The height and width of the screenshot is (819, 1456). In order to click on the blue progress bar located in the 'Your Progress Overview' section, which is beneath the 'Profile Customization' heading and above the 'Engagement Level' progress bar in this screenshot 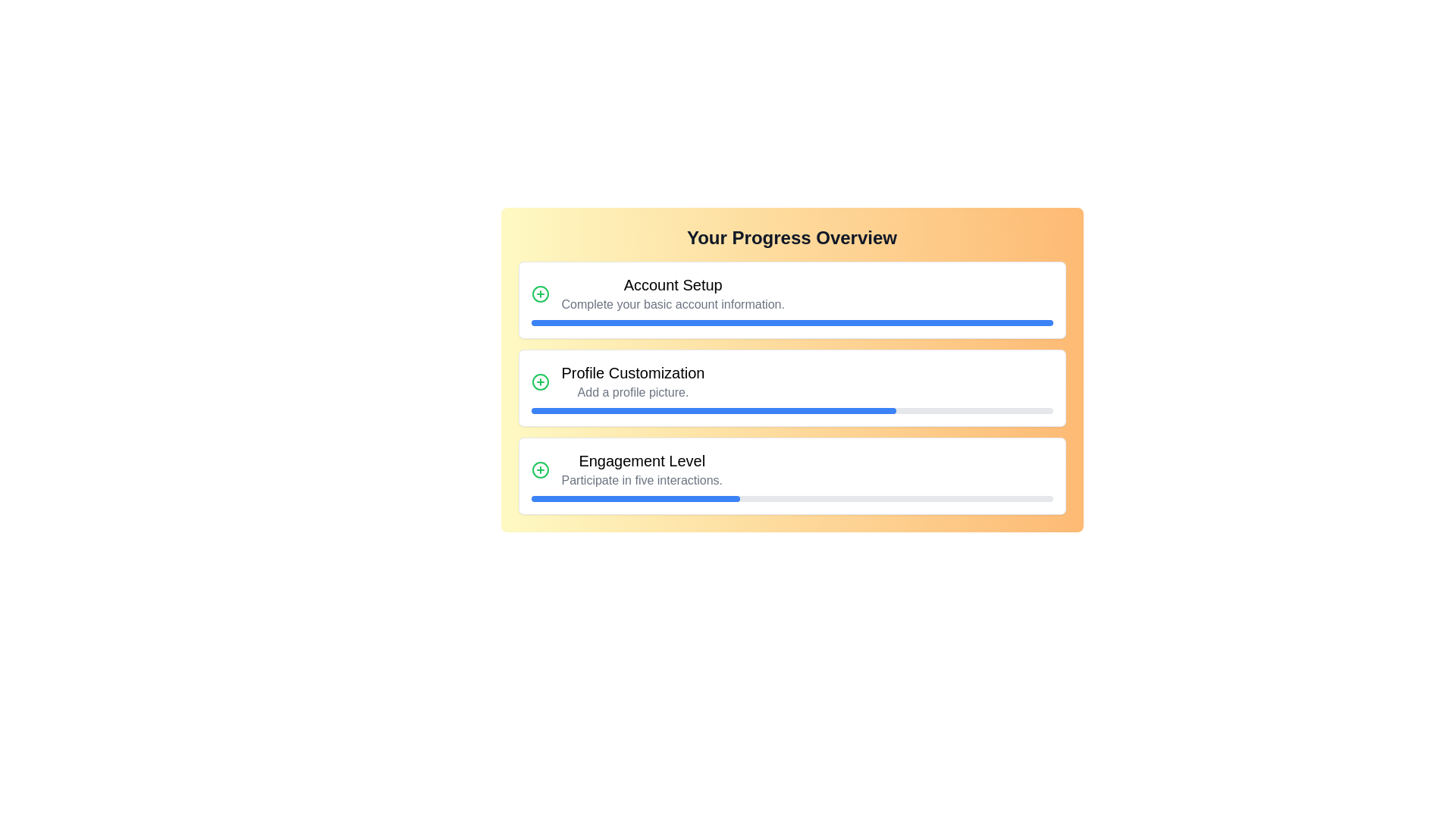, I will do `click(713, 411)`.